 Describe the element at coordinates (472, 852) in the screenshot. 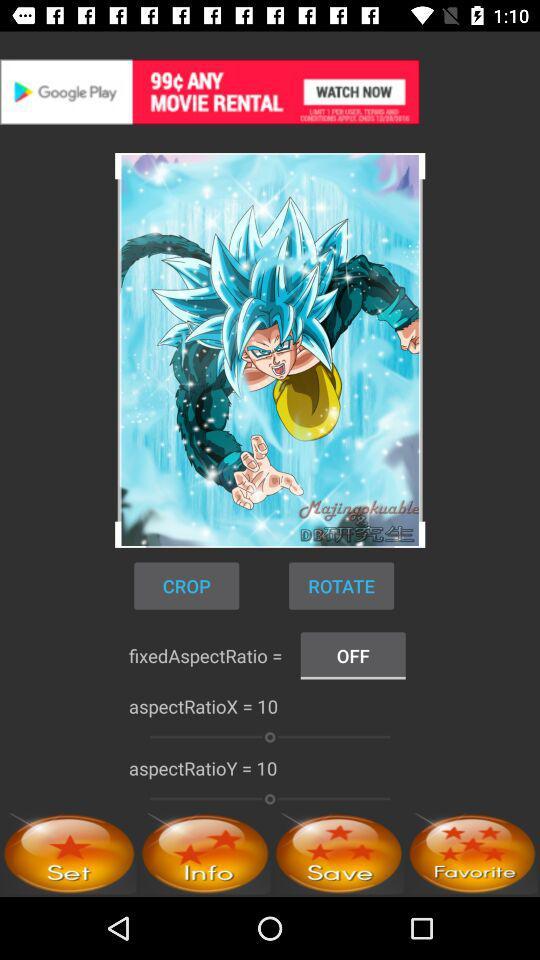

I see `rating` at that location.